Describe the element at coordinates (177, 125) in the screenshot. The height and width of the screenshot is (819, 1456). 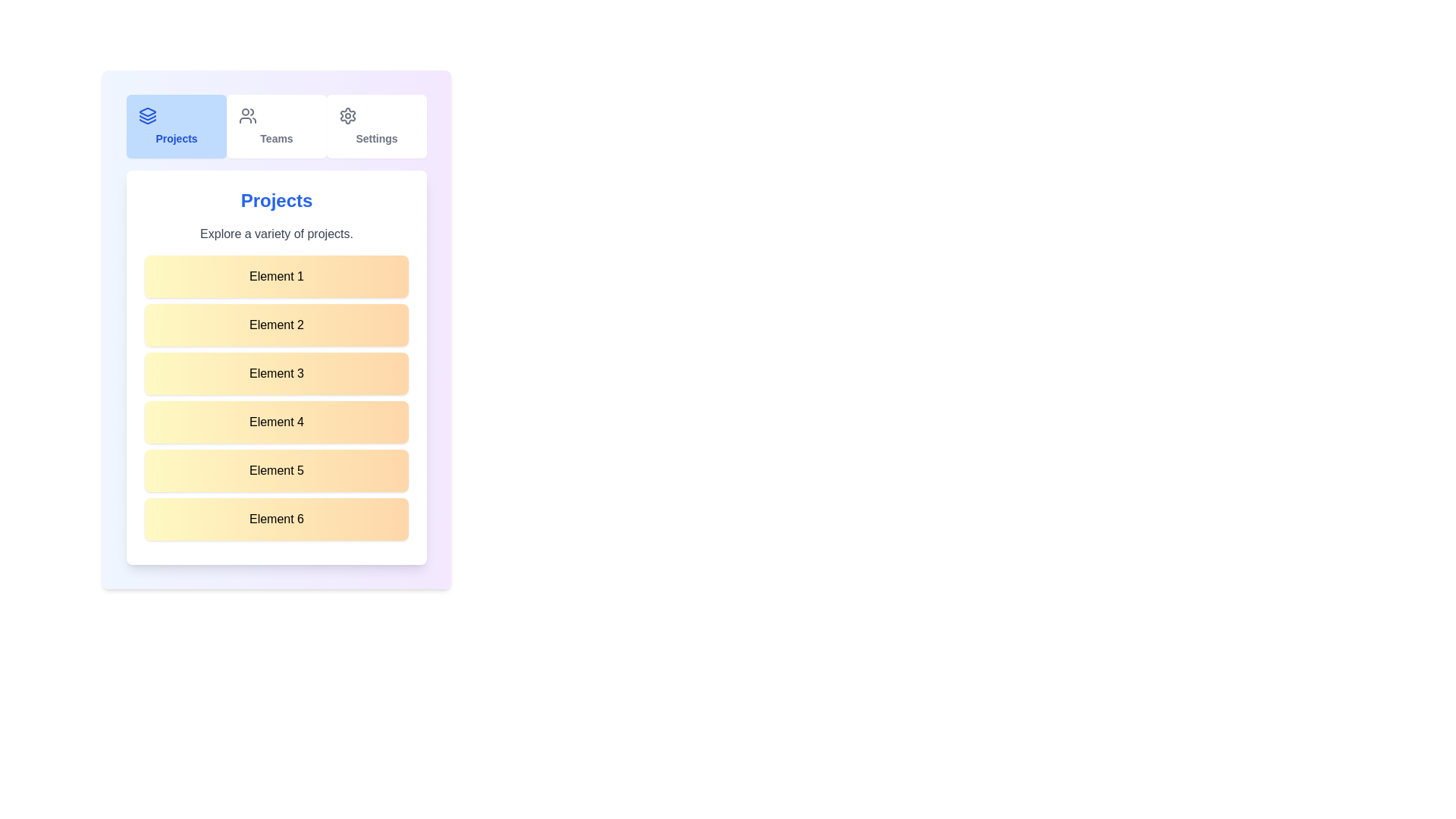
I see `the Projects tab` at that location.